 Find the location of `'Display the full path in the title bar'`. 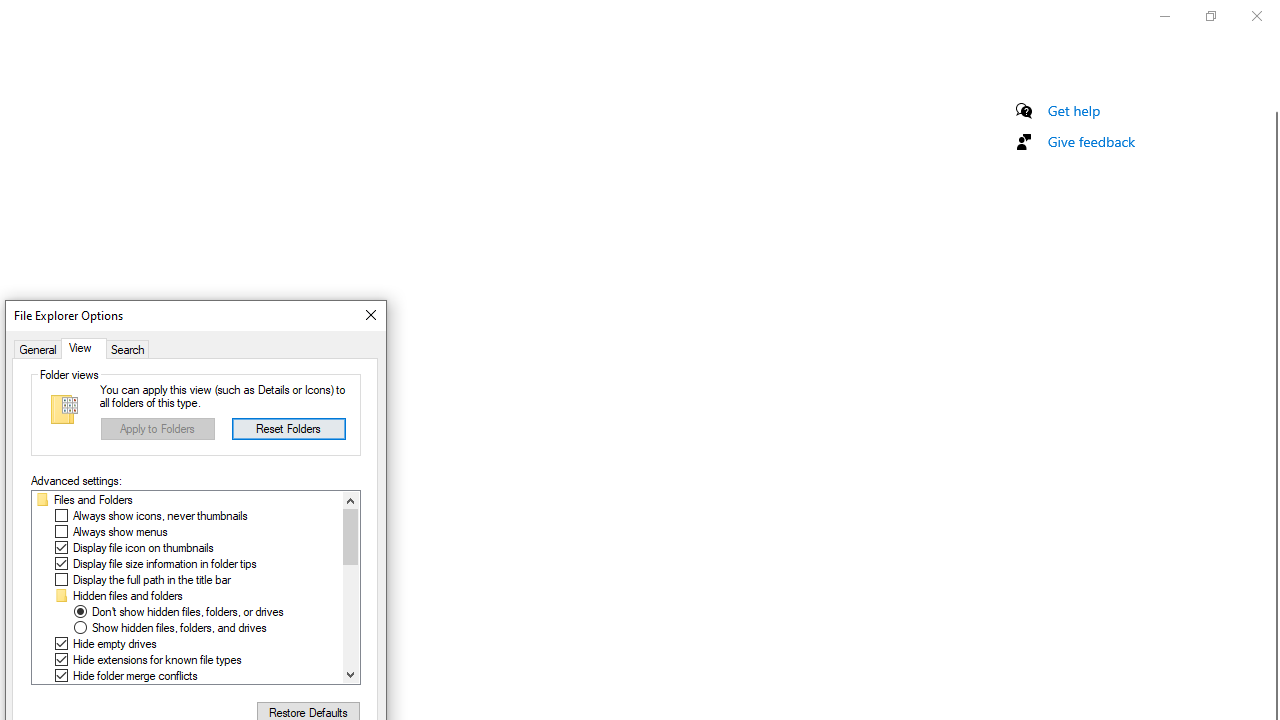

'Display the full path in the title bar' is located at coordinates (150, 579).